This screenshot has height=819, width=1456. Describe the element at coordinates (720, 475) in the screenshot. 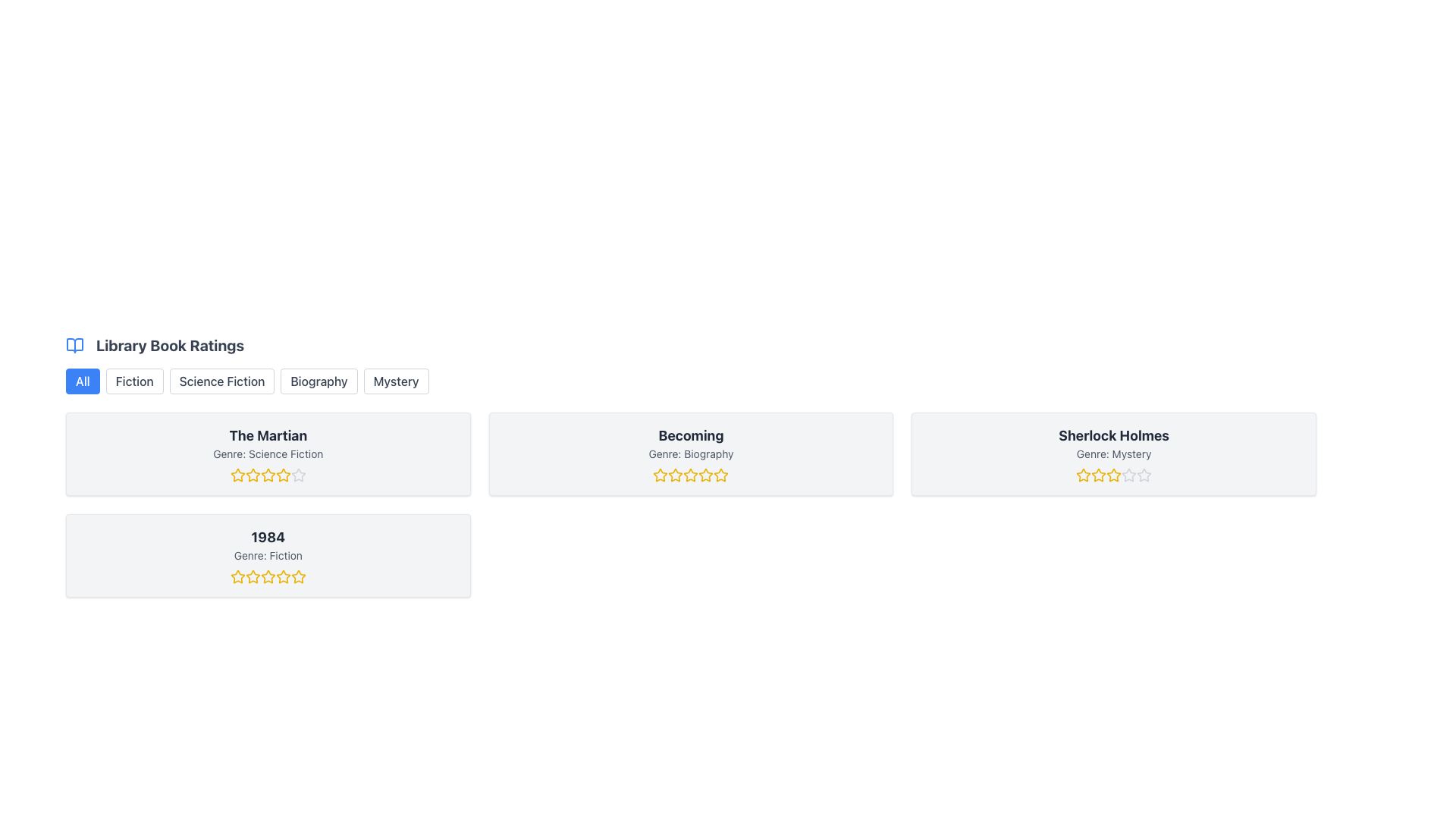

I see `the fifth yellow rating star in the rating system for the book 'Becoming'` at that location.